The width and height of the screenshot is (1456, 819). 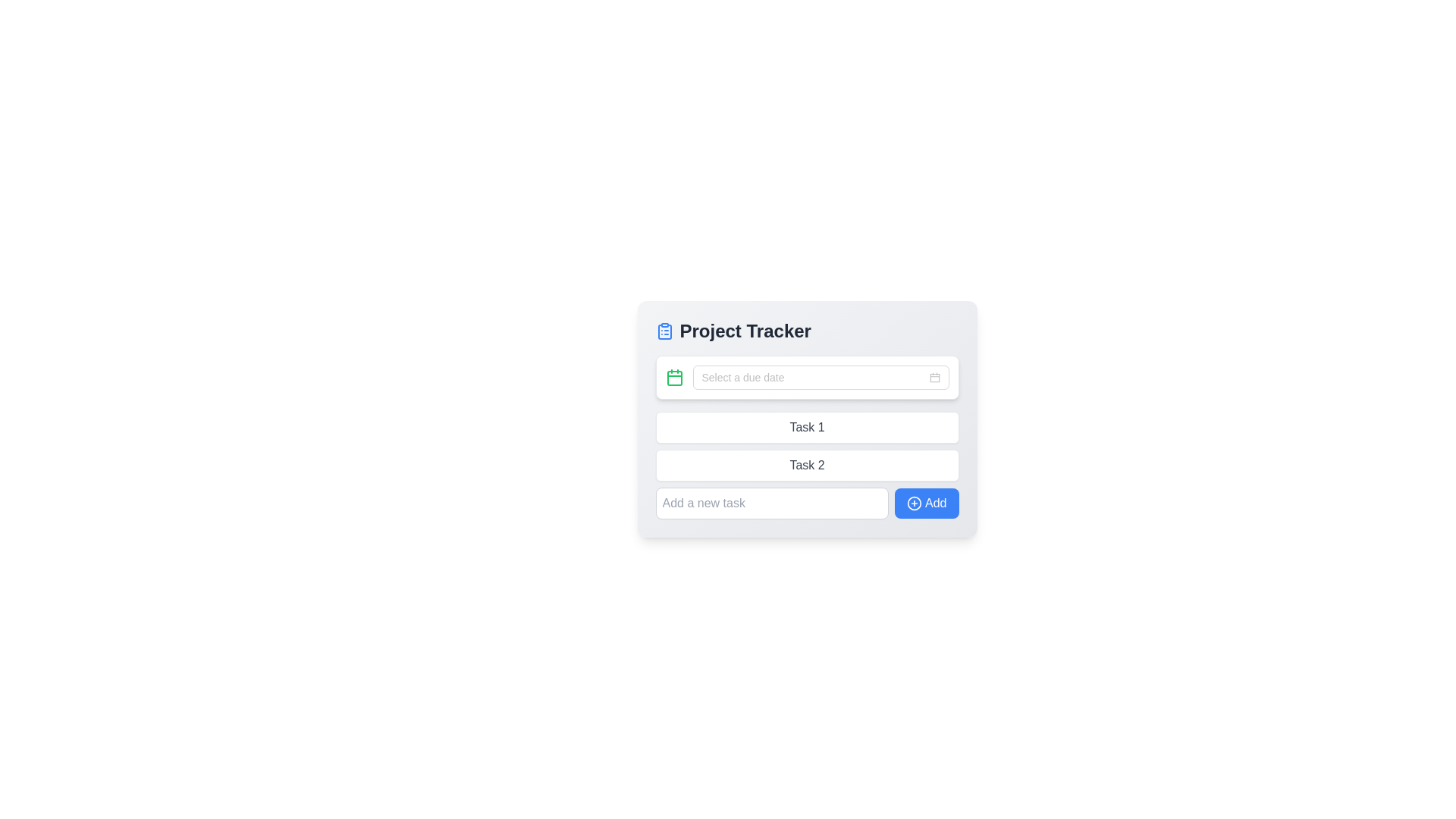 What do you see at coordinates (820, 376) in the screenshot?
I see `the Date picker input field, which is the first input field in the 'Project Tracker' form` at bounding box center [820, 376].